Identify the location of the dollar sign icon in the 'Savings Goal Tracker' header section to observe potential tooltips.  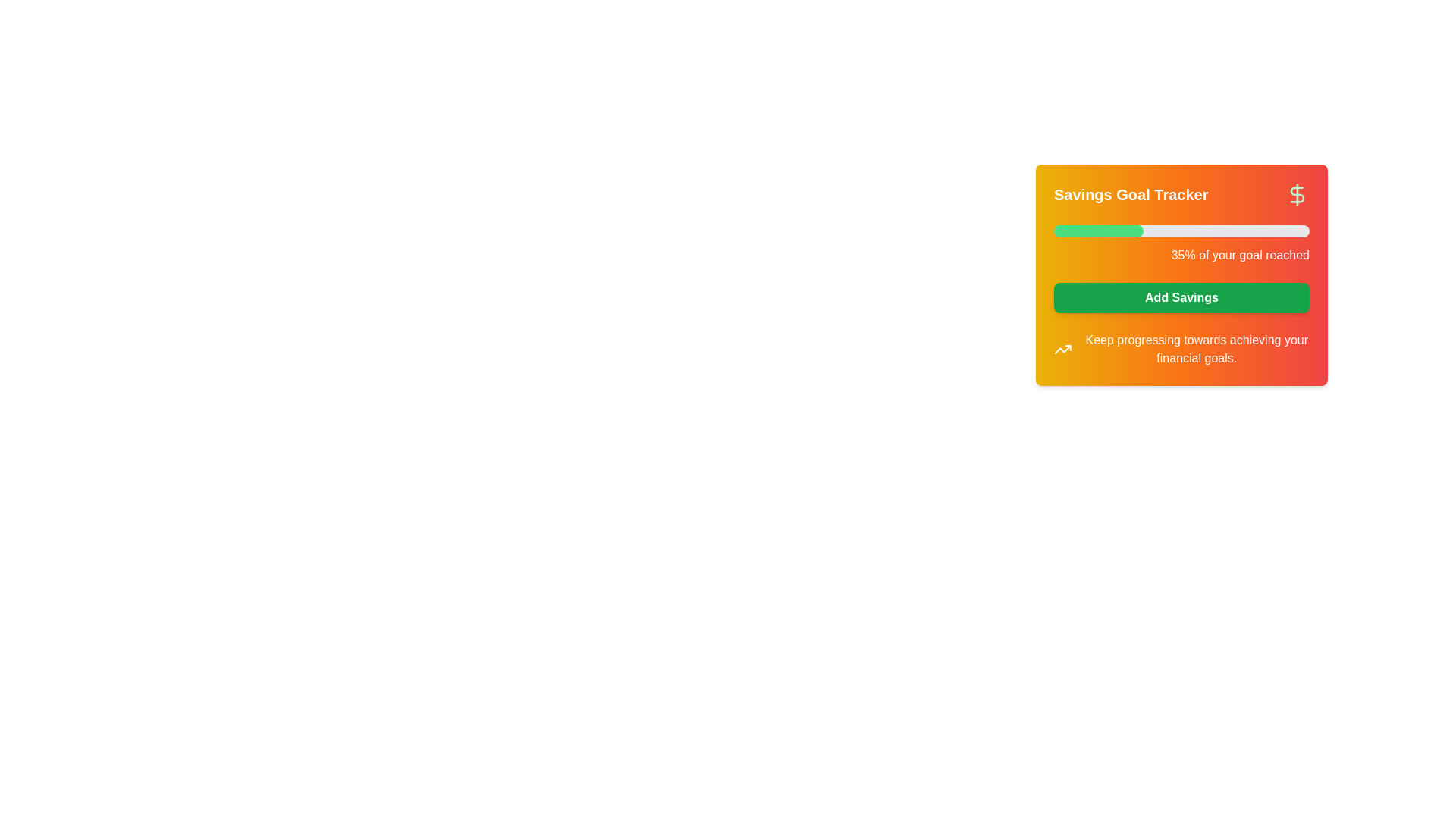
(1181, 194).